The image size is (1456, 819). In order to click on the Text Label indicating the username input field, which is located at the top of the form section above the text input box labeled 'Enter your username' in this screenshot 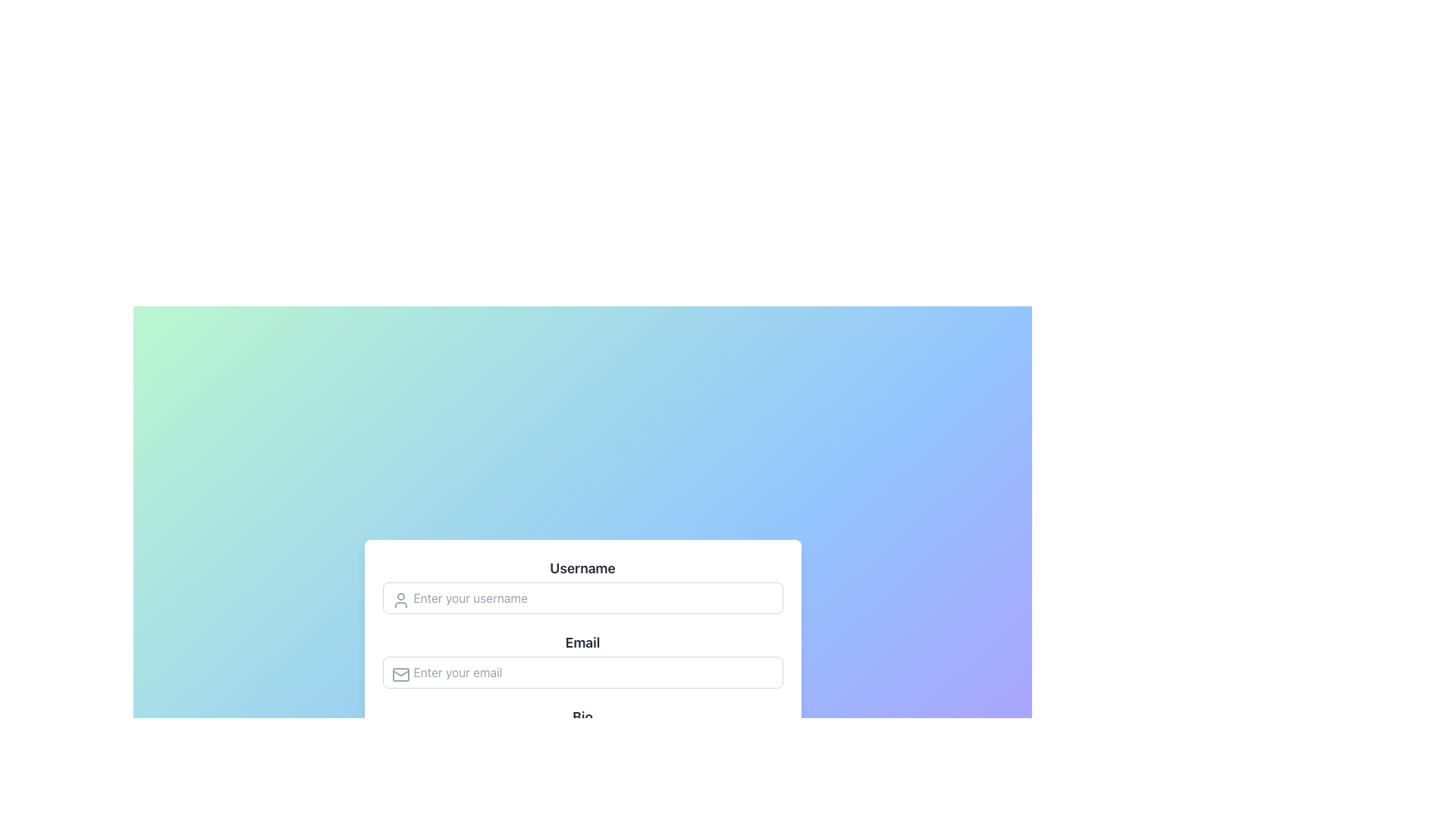, I will do `click(582, 568)`.